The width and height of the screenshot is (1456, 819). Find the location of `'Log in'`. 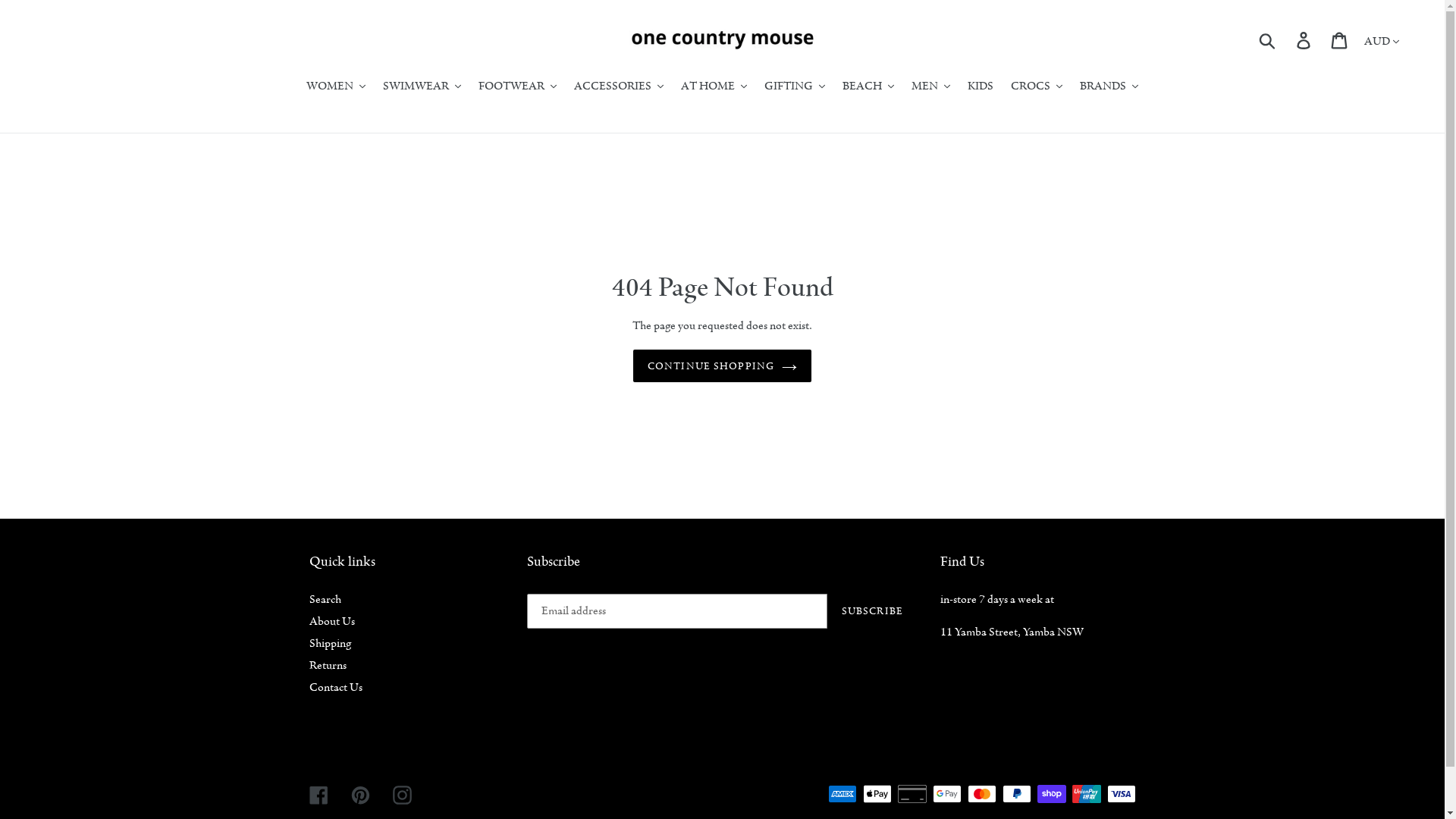

'Log in' is located at coordinates (1304, 39).